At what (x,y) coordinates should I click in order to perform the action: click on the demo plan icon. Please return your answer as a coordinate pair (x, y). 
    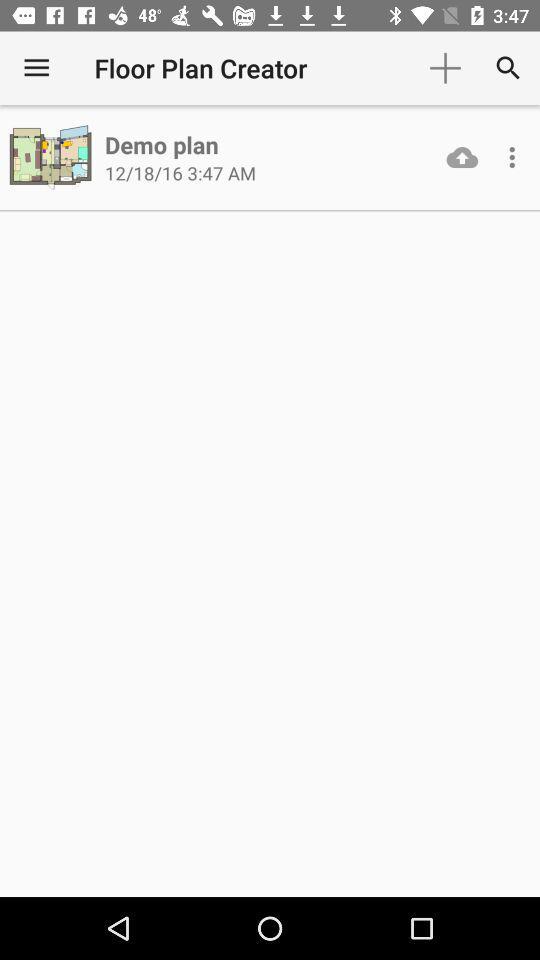
    Looking at the image, I should click on (160, 143).